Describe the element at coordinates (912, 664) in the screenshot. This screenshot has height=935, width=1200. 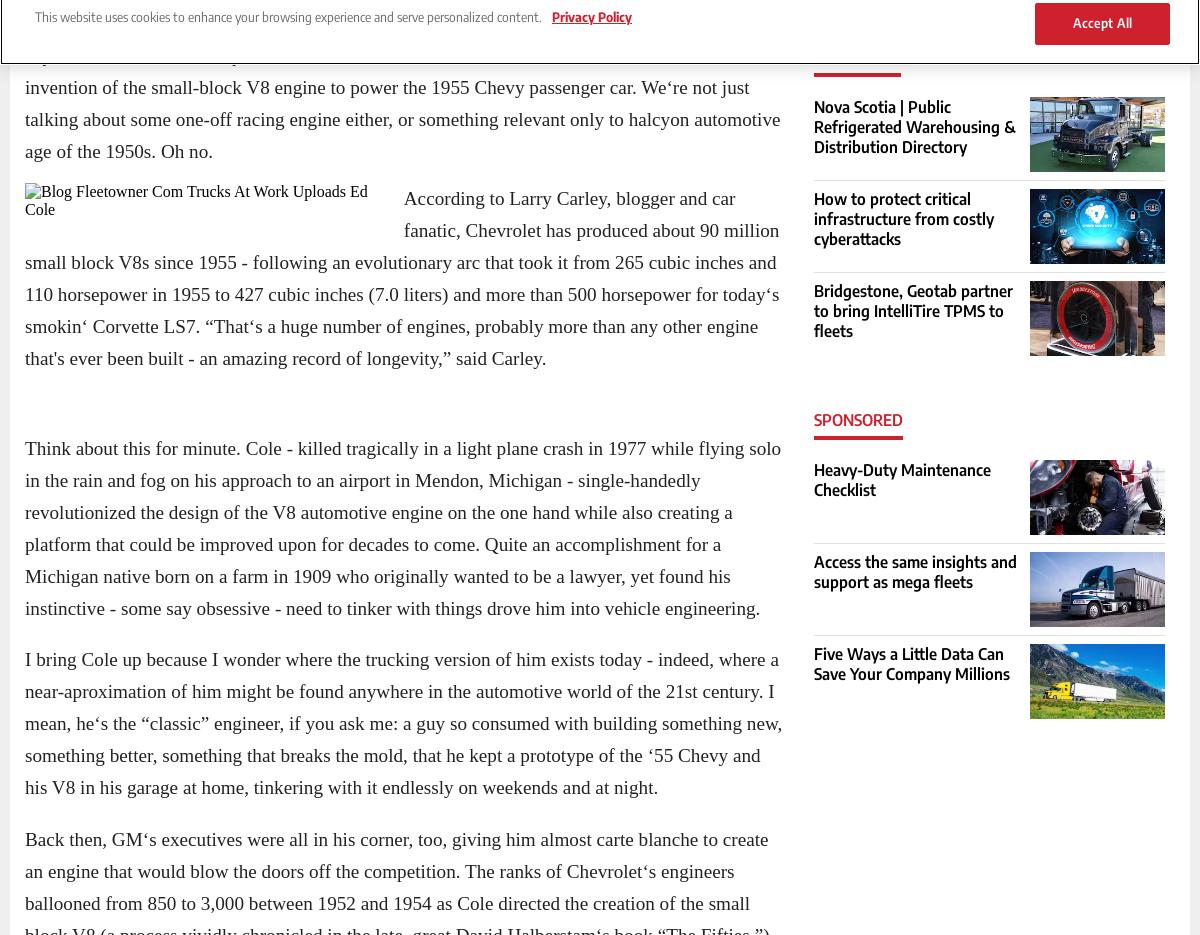
I see `'Five Ways a Little Data Can Save Your Company Millions'` at that location.